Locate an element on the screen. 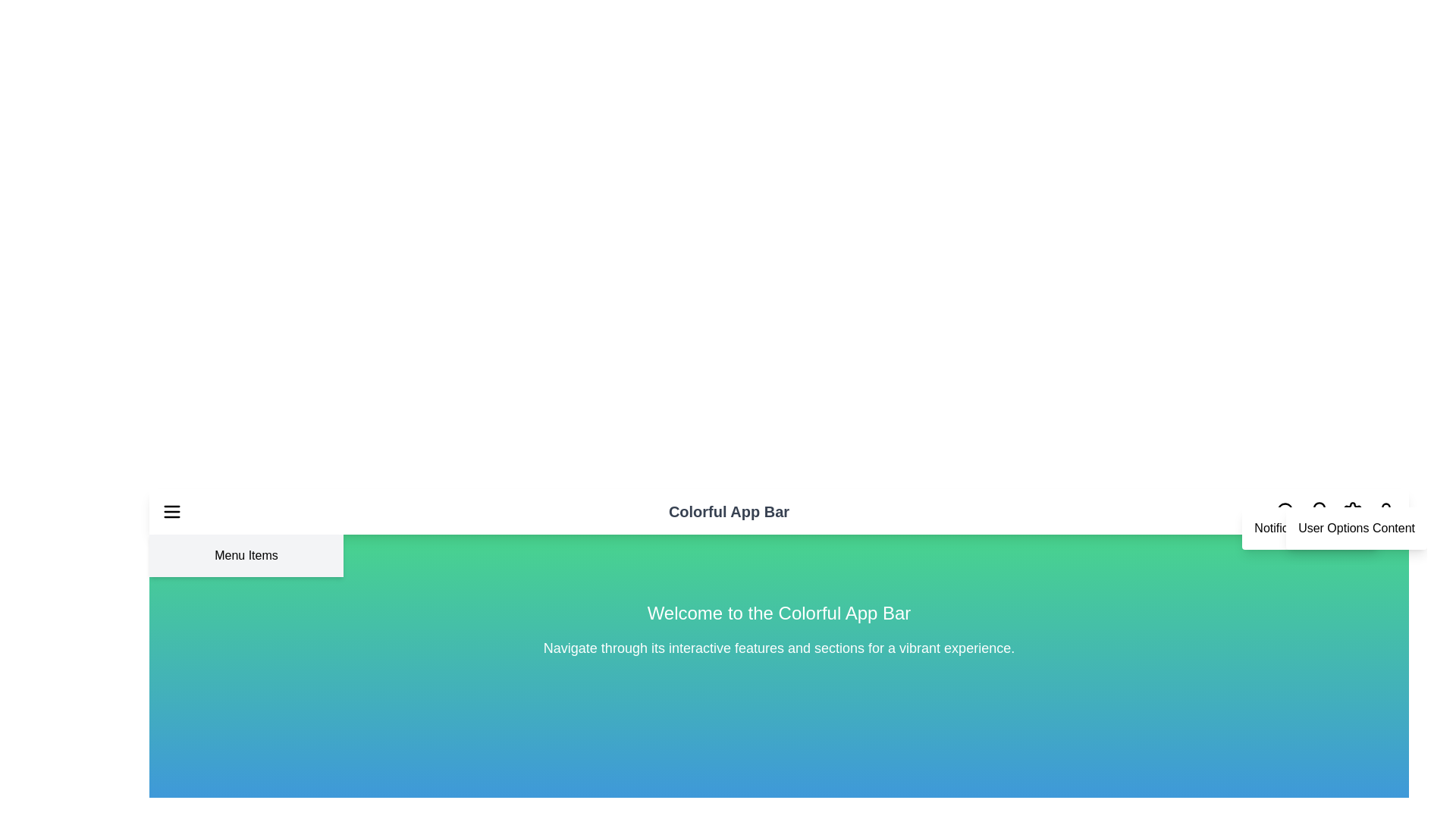  the menu icon to toggle the menu visibility is located at coordinates (171, 512).